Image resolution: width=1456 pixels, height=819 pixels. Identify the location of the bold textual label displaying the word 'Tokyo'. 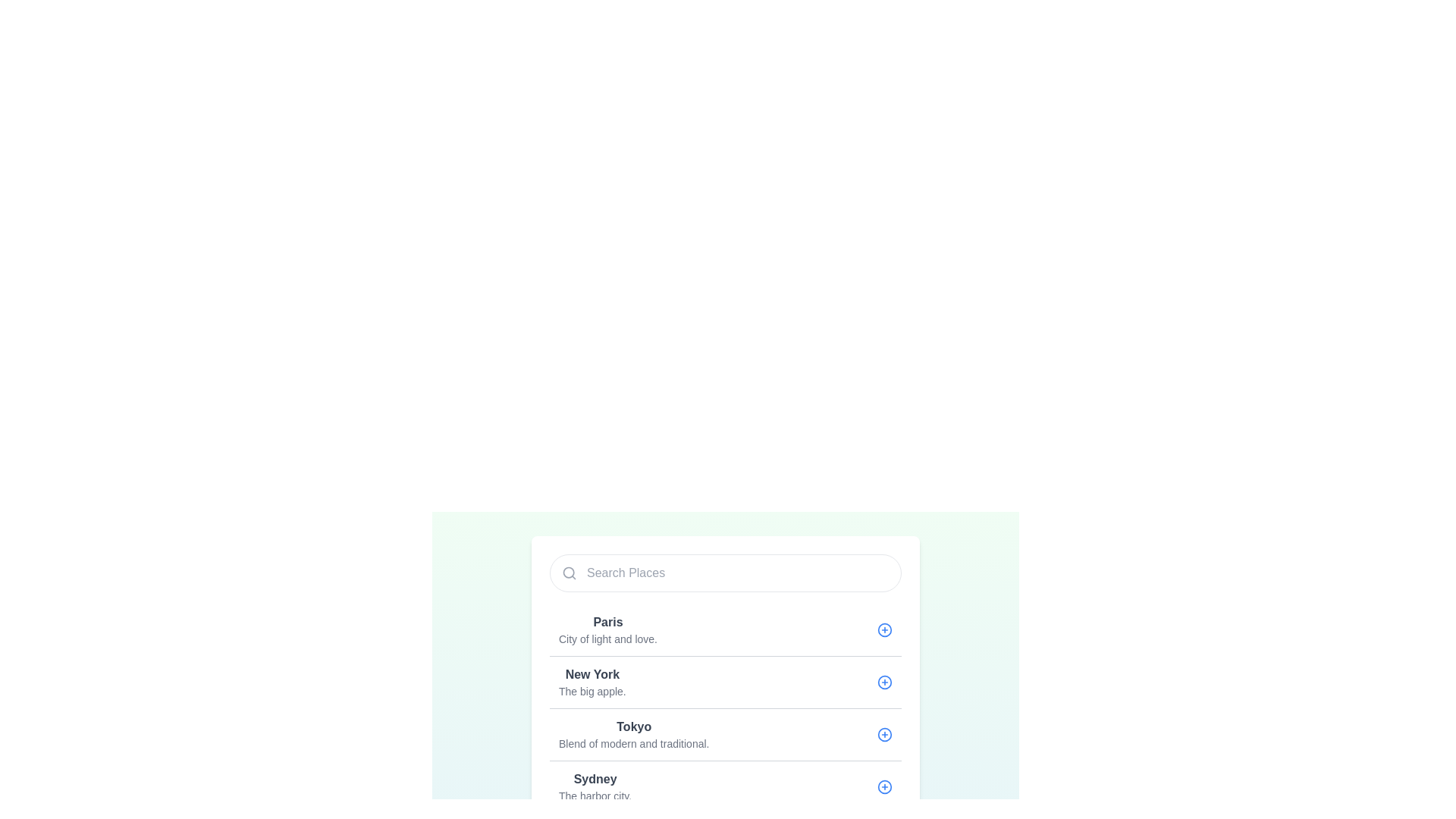
(633, 726).